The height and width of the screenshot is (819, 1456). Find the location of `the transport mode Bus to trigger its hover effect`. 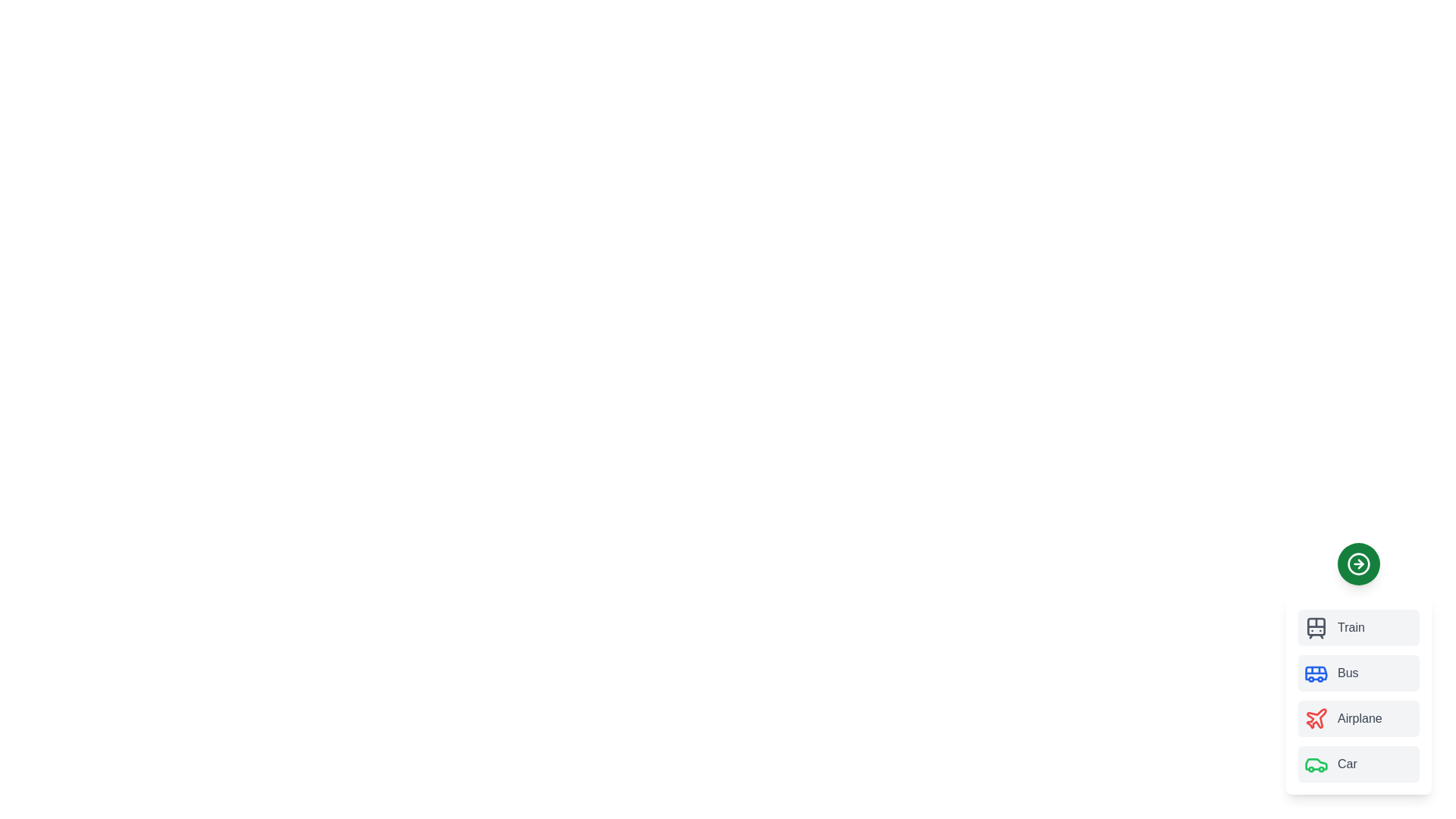

the transport mode Bus to trigger its hover effect is located at coordinates (1358, 672).